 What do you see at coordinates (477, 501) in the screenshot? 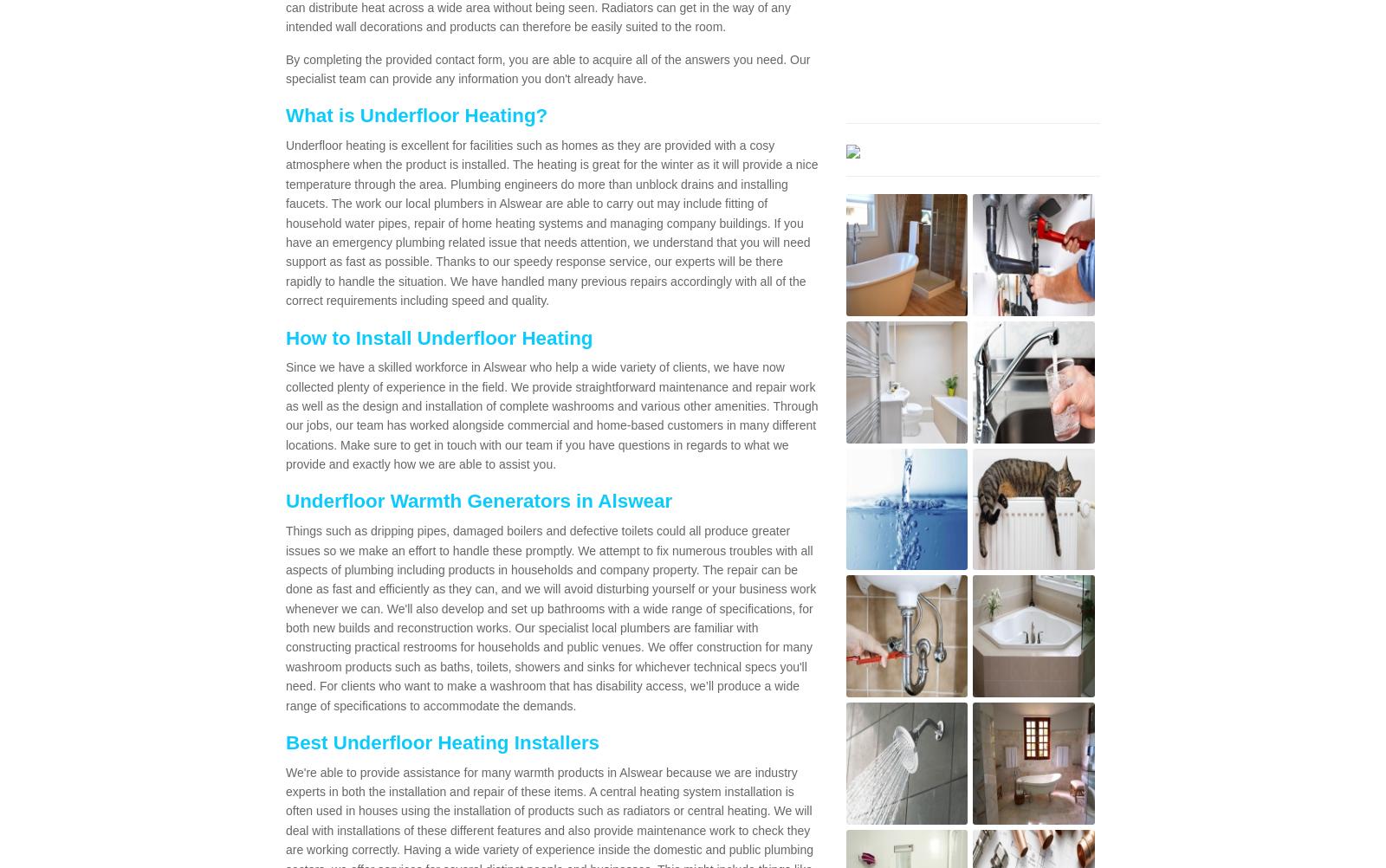
I see `'Underfloor Warmth Generators in Alswear'` at bounding box center [477, 501].